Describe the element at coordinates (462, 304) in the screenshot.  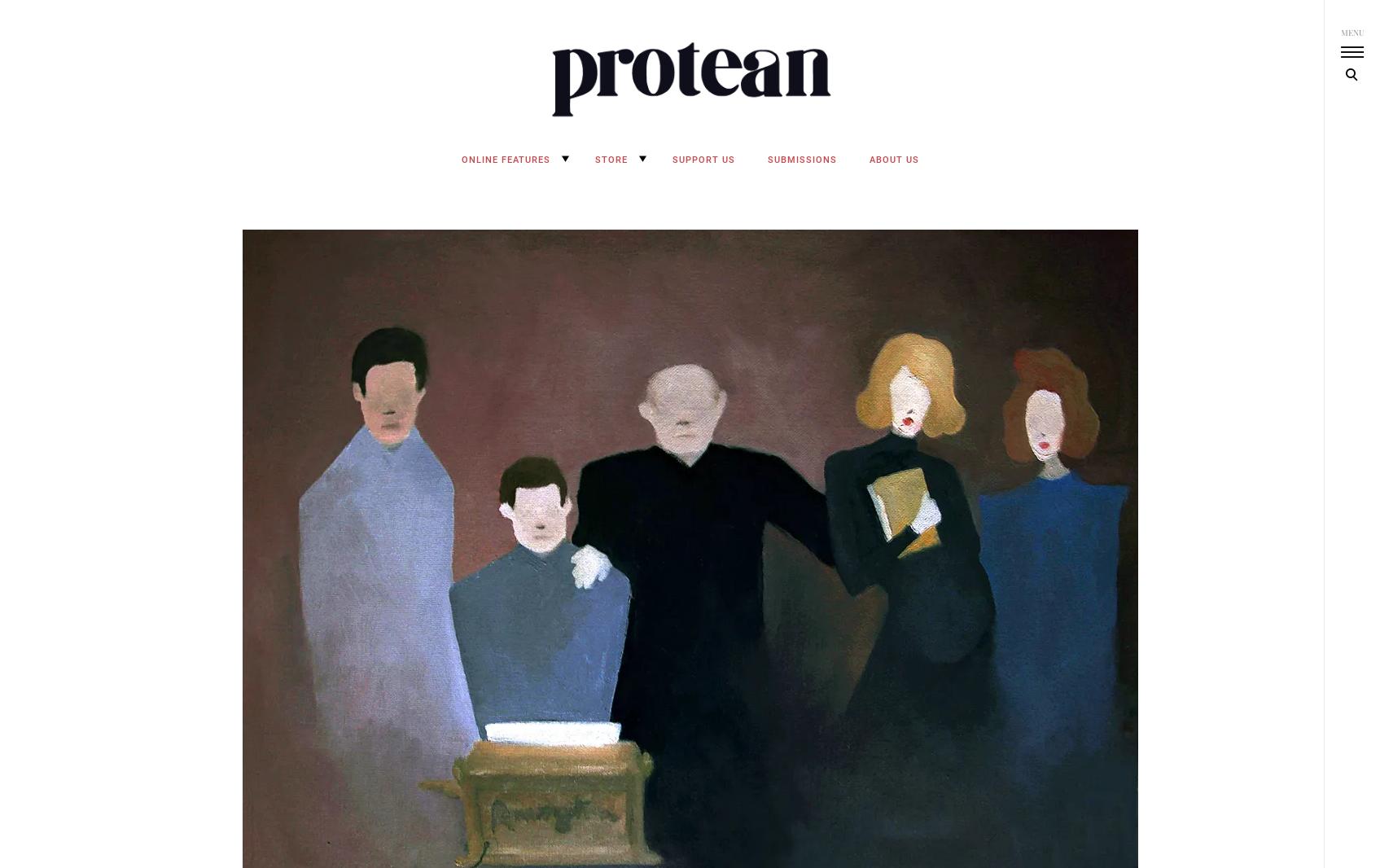
I see `'Fiction'` at that location.